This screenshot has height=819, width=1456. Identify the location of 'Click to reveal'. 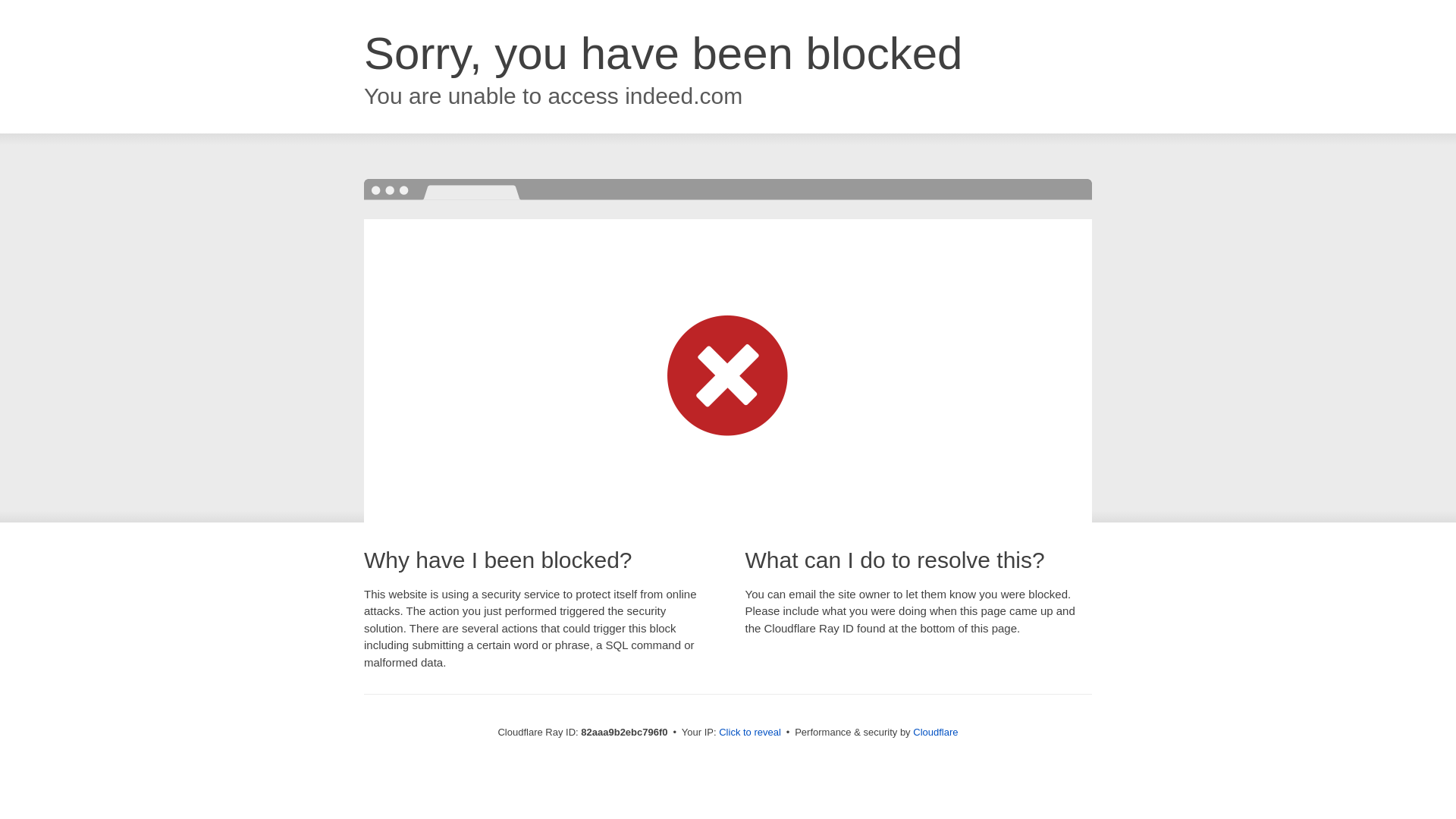
(749, 731).